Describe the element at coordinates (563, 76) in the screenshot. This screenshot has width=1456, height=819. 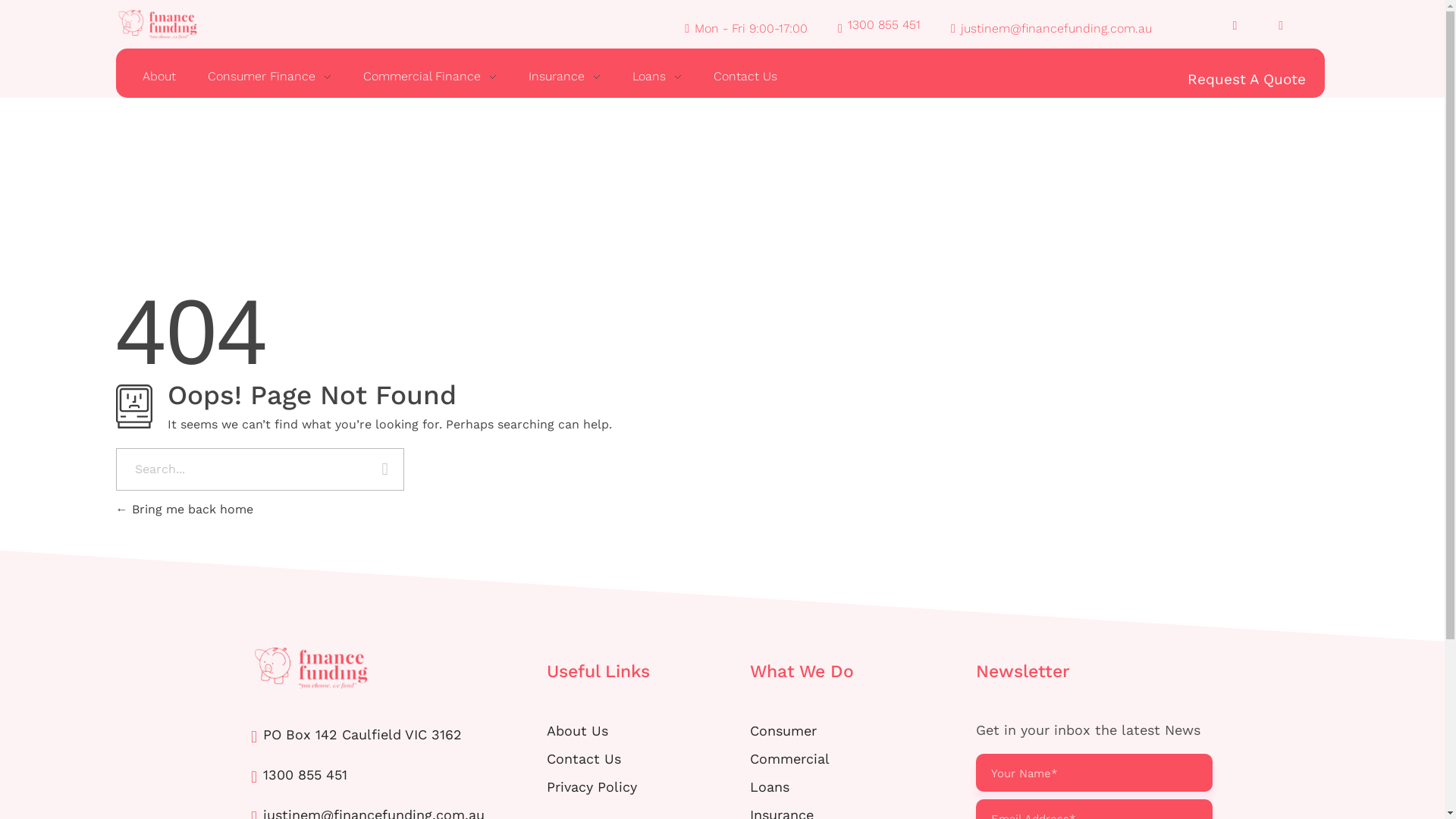
I see `'Insurance'` at that location.